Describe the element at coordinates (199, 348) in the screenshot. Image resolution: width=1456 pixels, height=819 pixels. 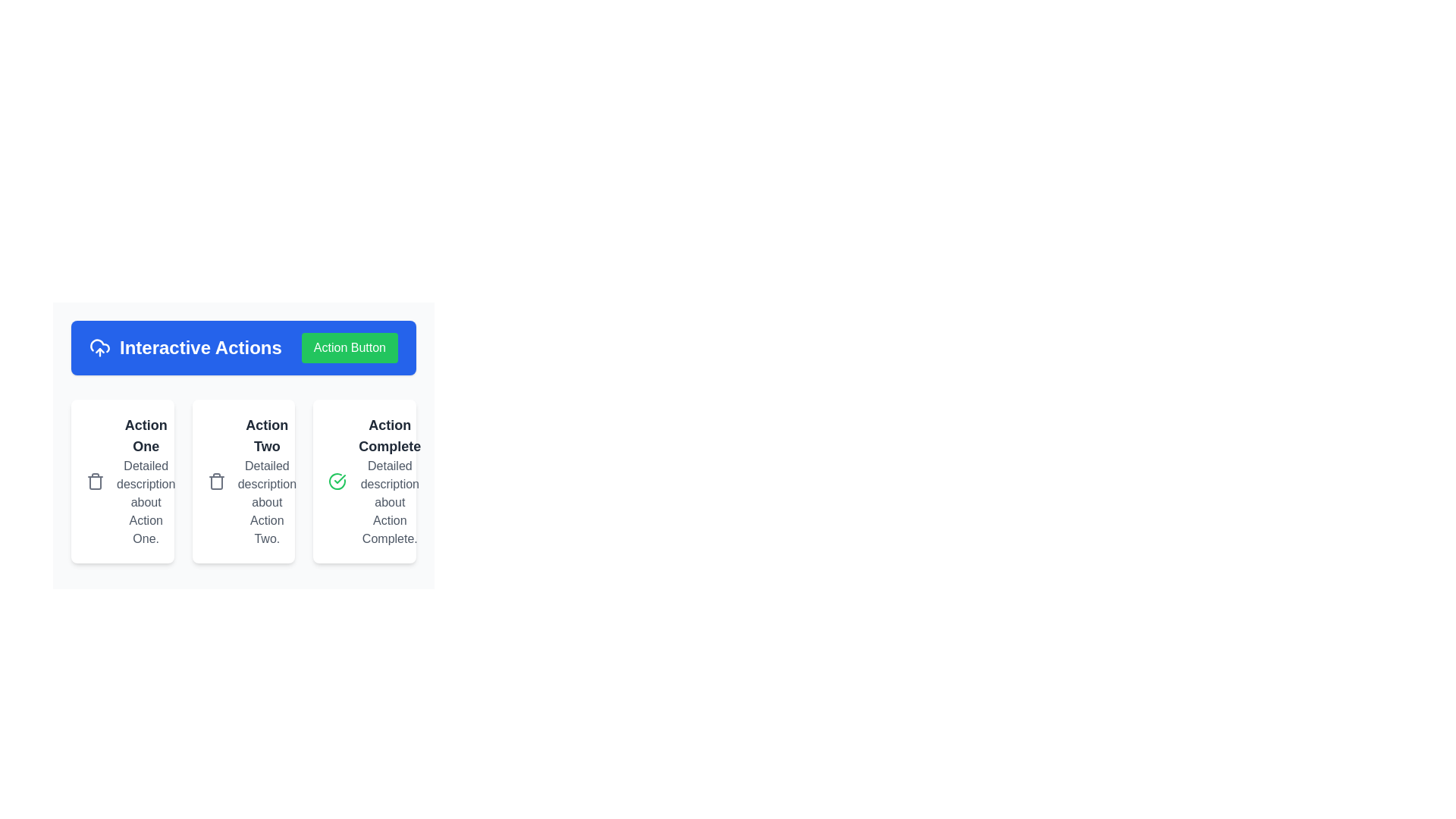
I see `the static text label reading 'Interactive Actions' which is styled with bold white text on a blue background, located at the top left of a horizontal bar` at that location.